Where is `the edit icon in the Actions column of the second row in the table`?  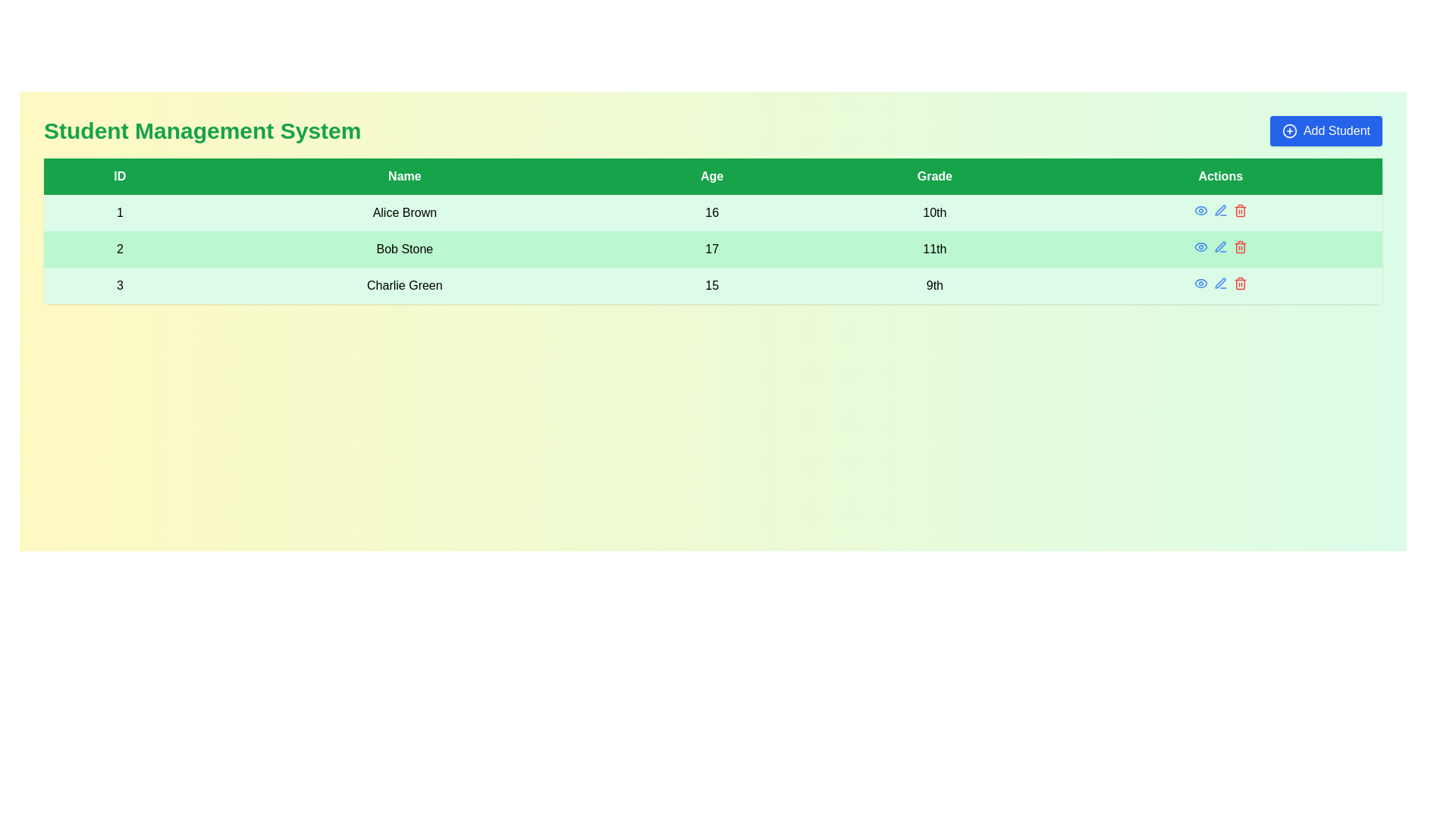 the edit icon in the Actions column of the second row in the table is located at coordinates (1220, 210).